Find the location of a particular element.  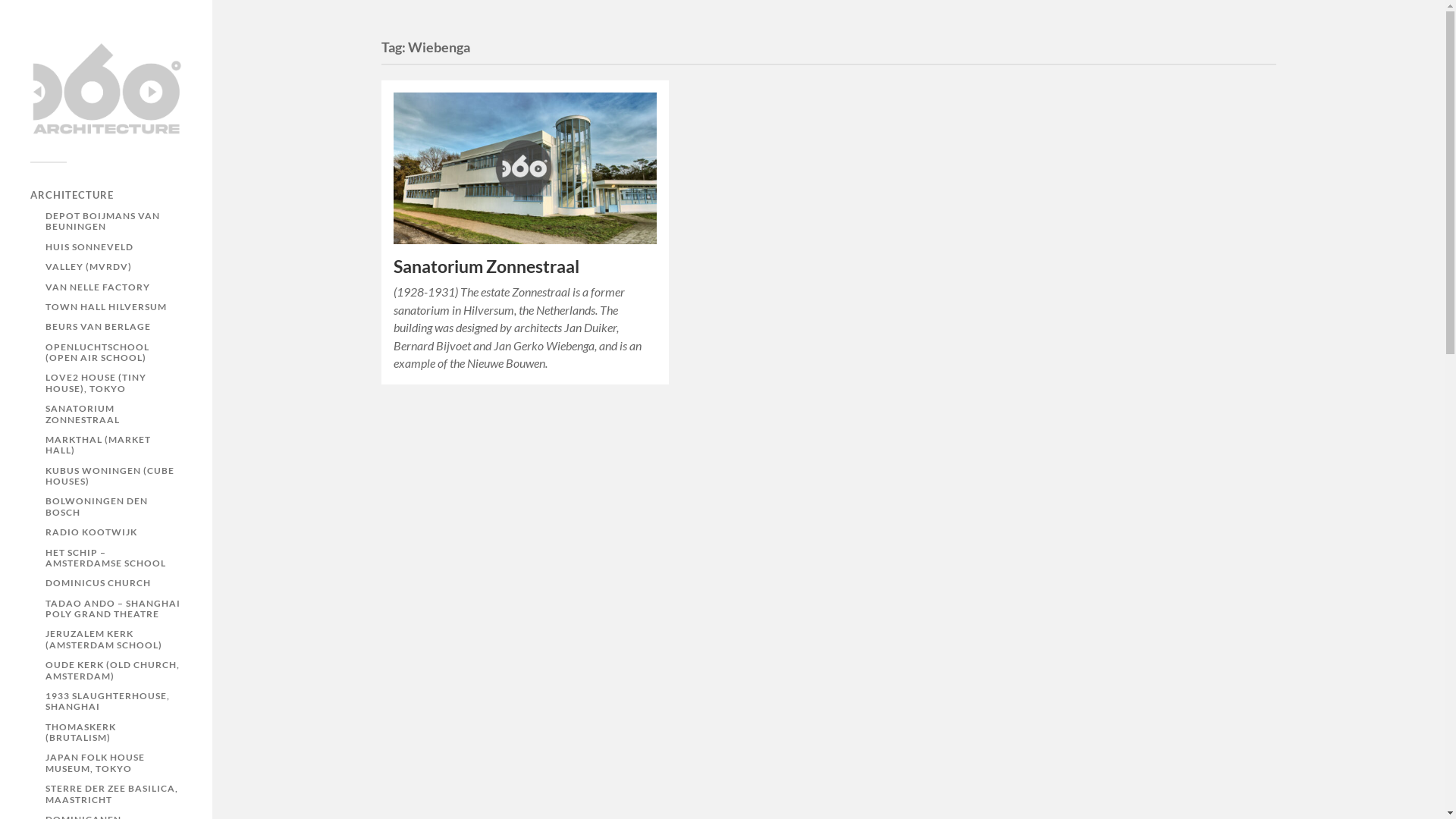

'VAN NELLE FACTORY' is located at coordinates (97, 287).